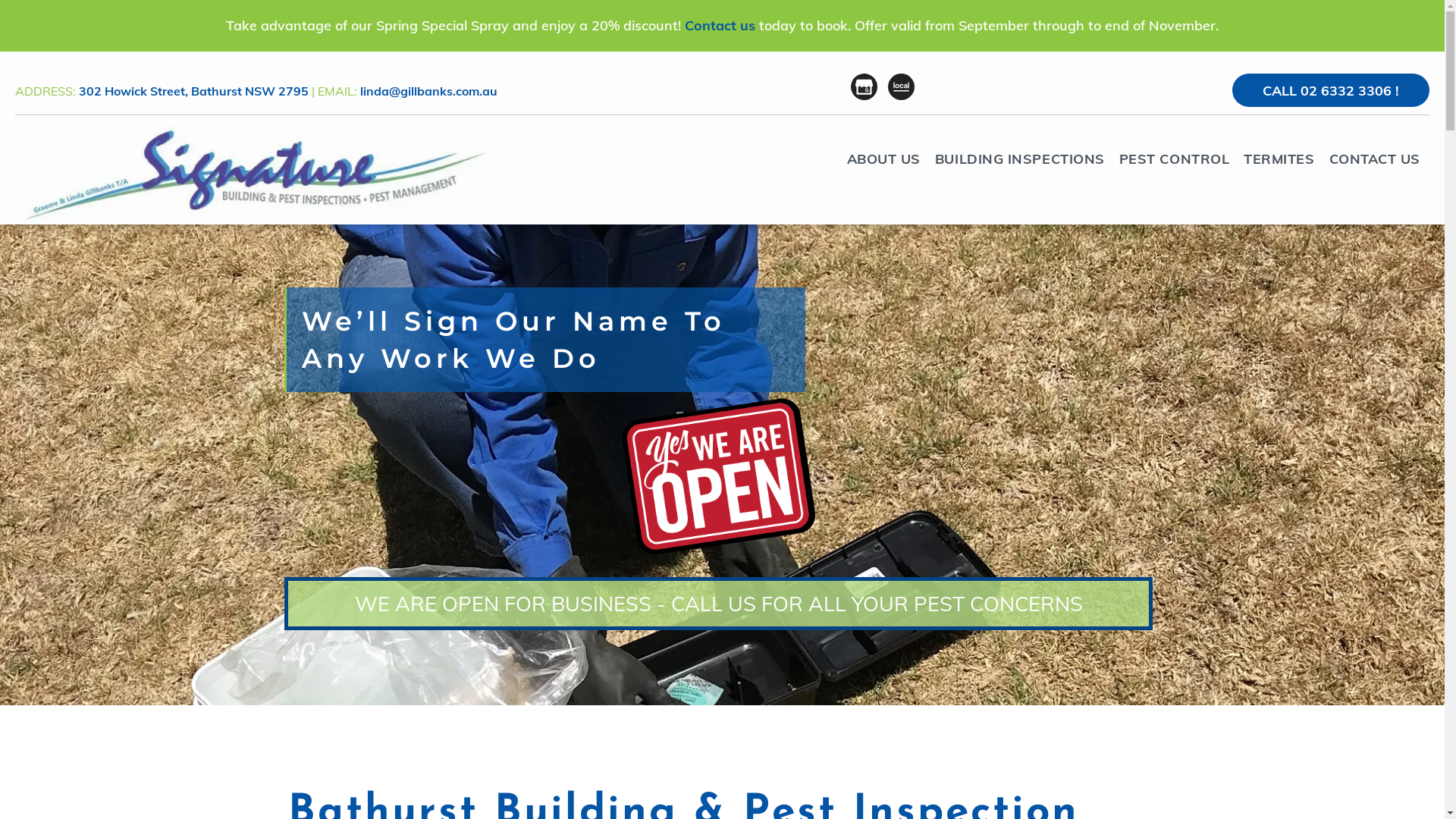 The height and width of the screenshot is (819, 1456). Describe the element at coordinates (928, 158) in the screenshot. I see `'BUILDING INSPECTIONS'` at that location.